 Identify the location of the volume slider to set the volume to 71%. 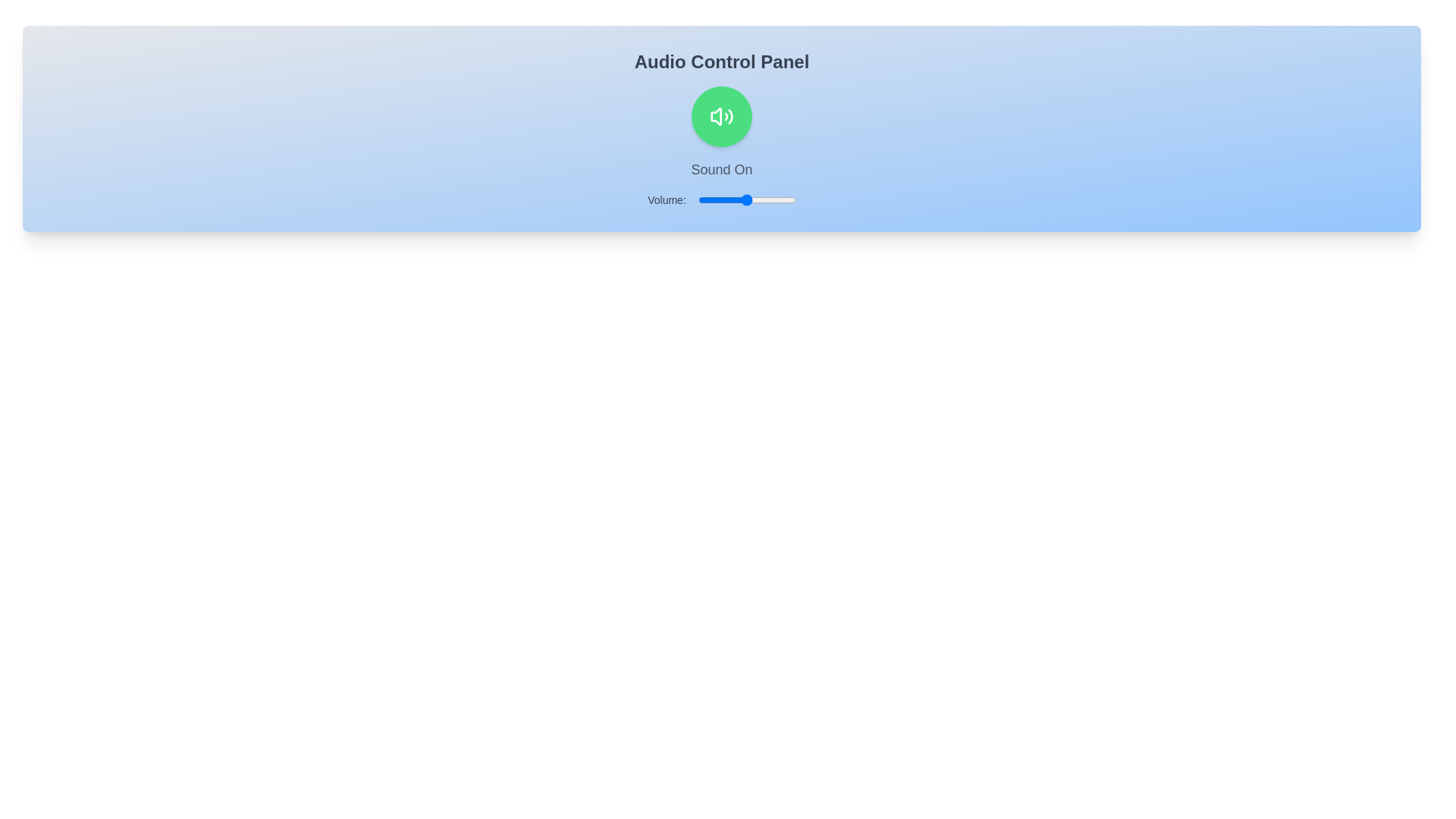
(767, 199).